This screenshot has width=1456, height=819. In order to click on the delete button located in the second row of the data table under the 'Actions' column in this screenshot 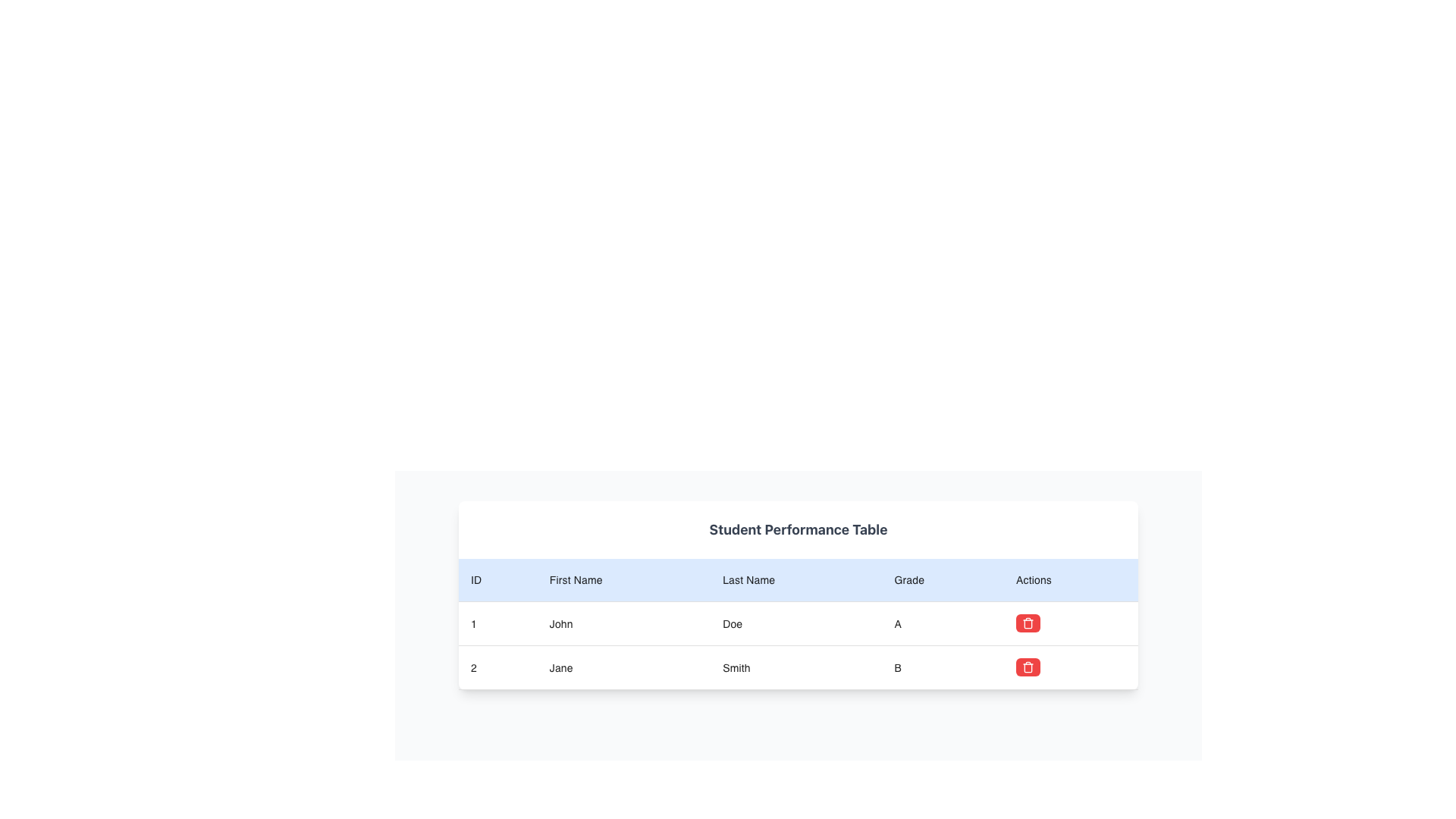, I will do `click(1028, 623)`.